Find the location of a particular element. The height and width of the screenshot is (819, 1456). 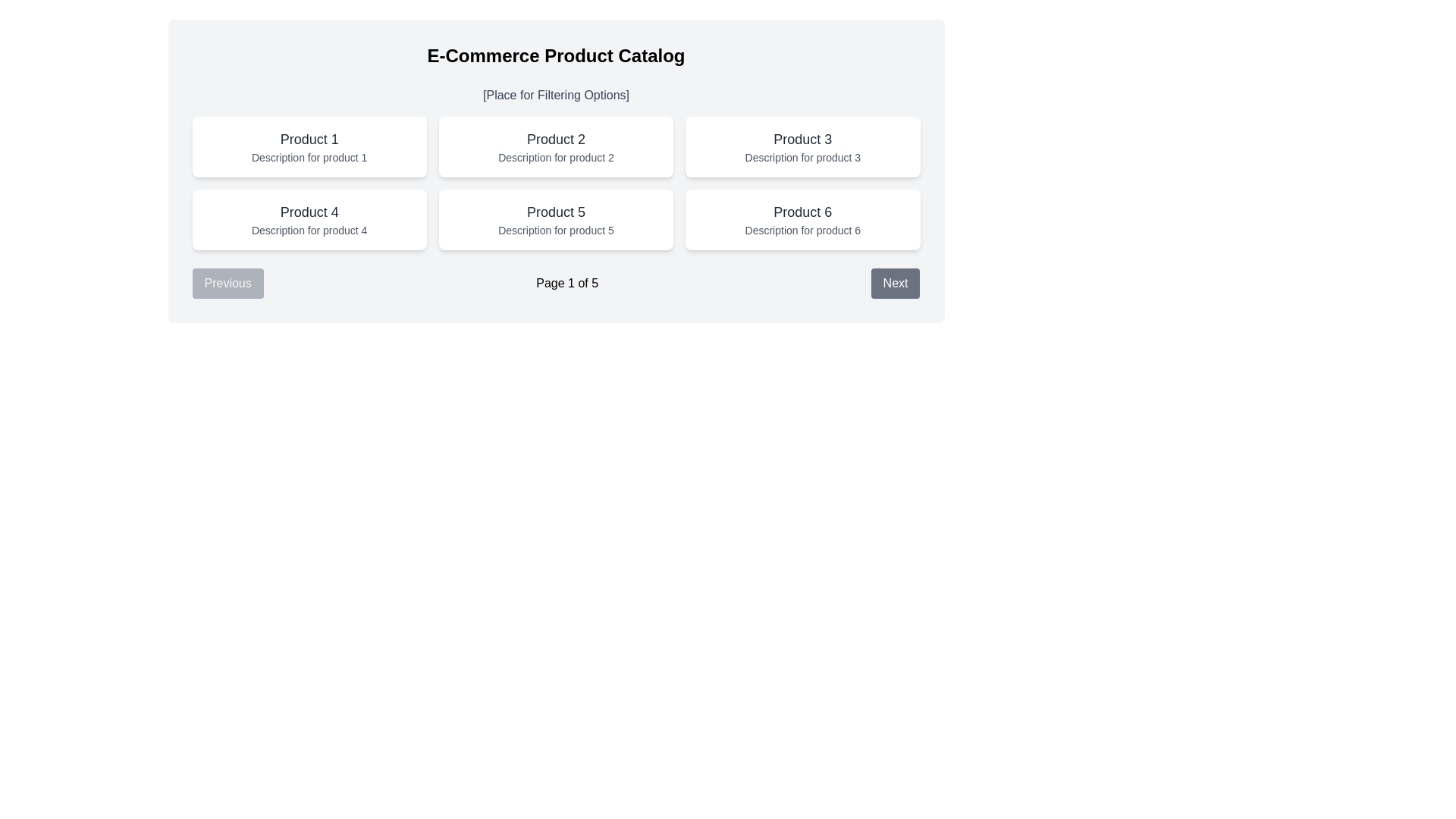

the disabled 'Previous' button located in the bottom-left corner of the navigation control bar, which has a gray background and white text is located at coordinates (227, 284).